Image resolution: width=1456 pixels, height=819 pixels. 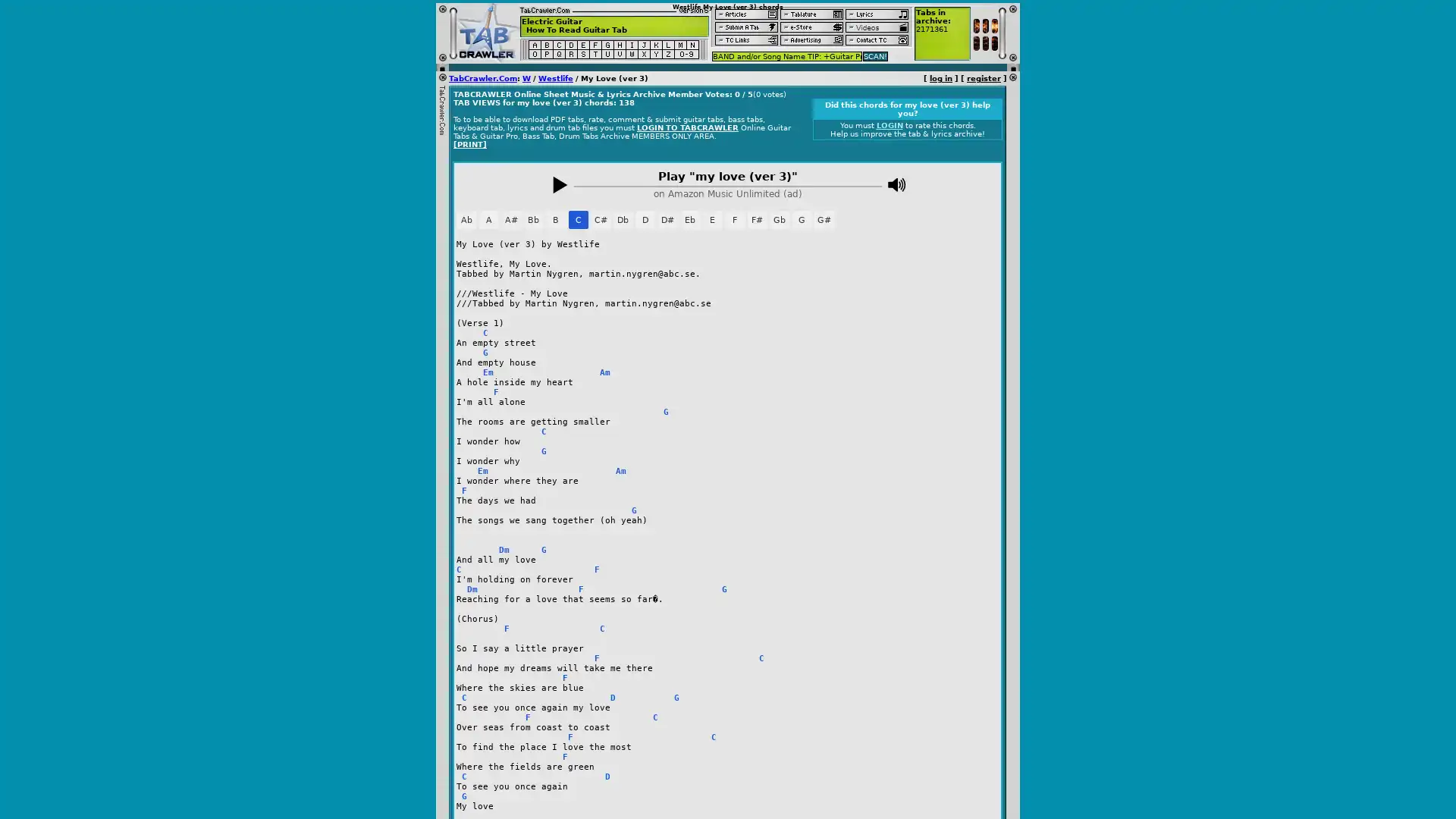 What do you see at coordinates (875, 55) in the screenshot?
I see `SCAN!` at bounding box center [875, 55].